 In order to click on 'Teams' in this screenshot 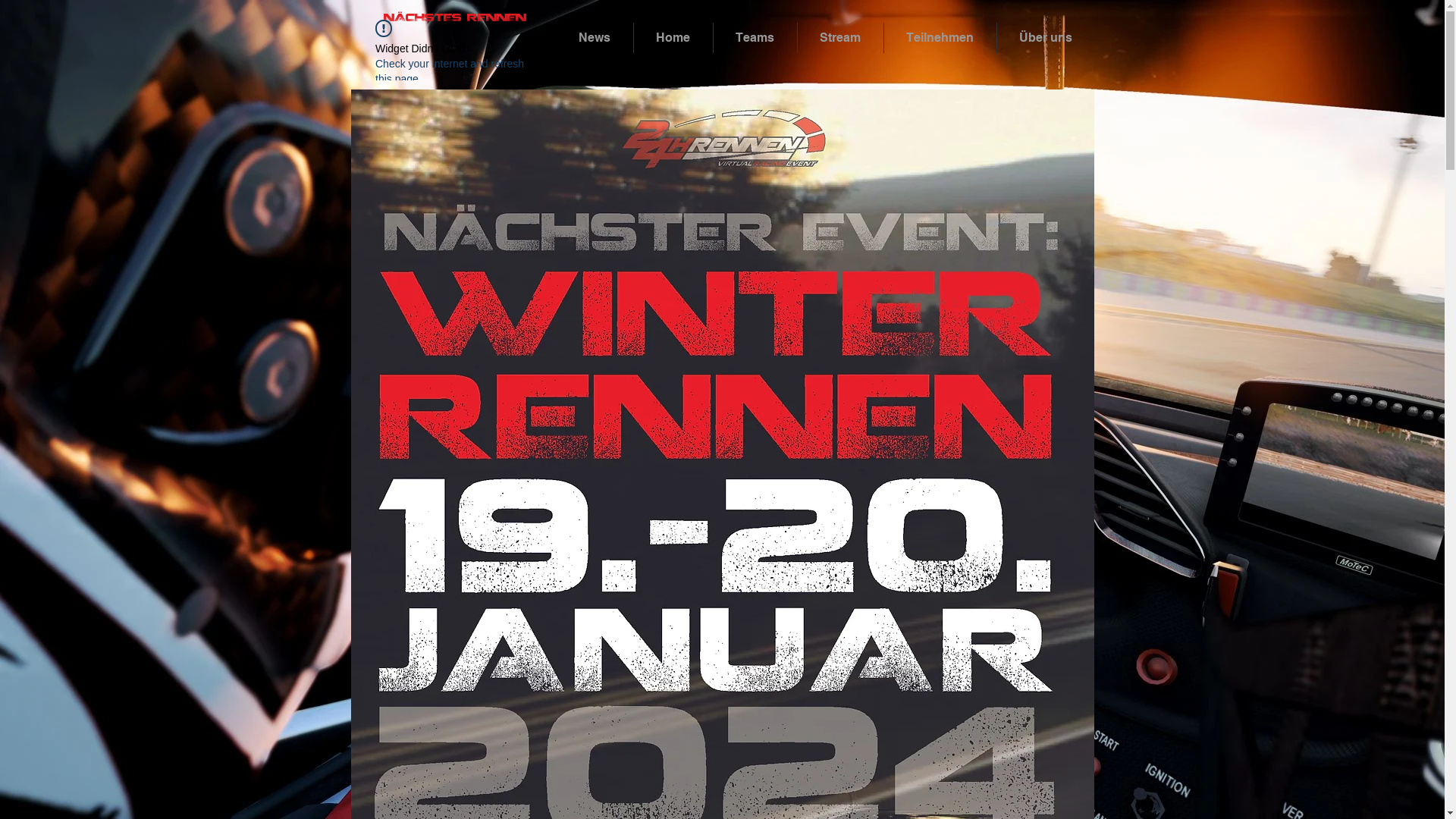, I will do `click(754, 37)`.